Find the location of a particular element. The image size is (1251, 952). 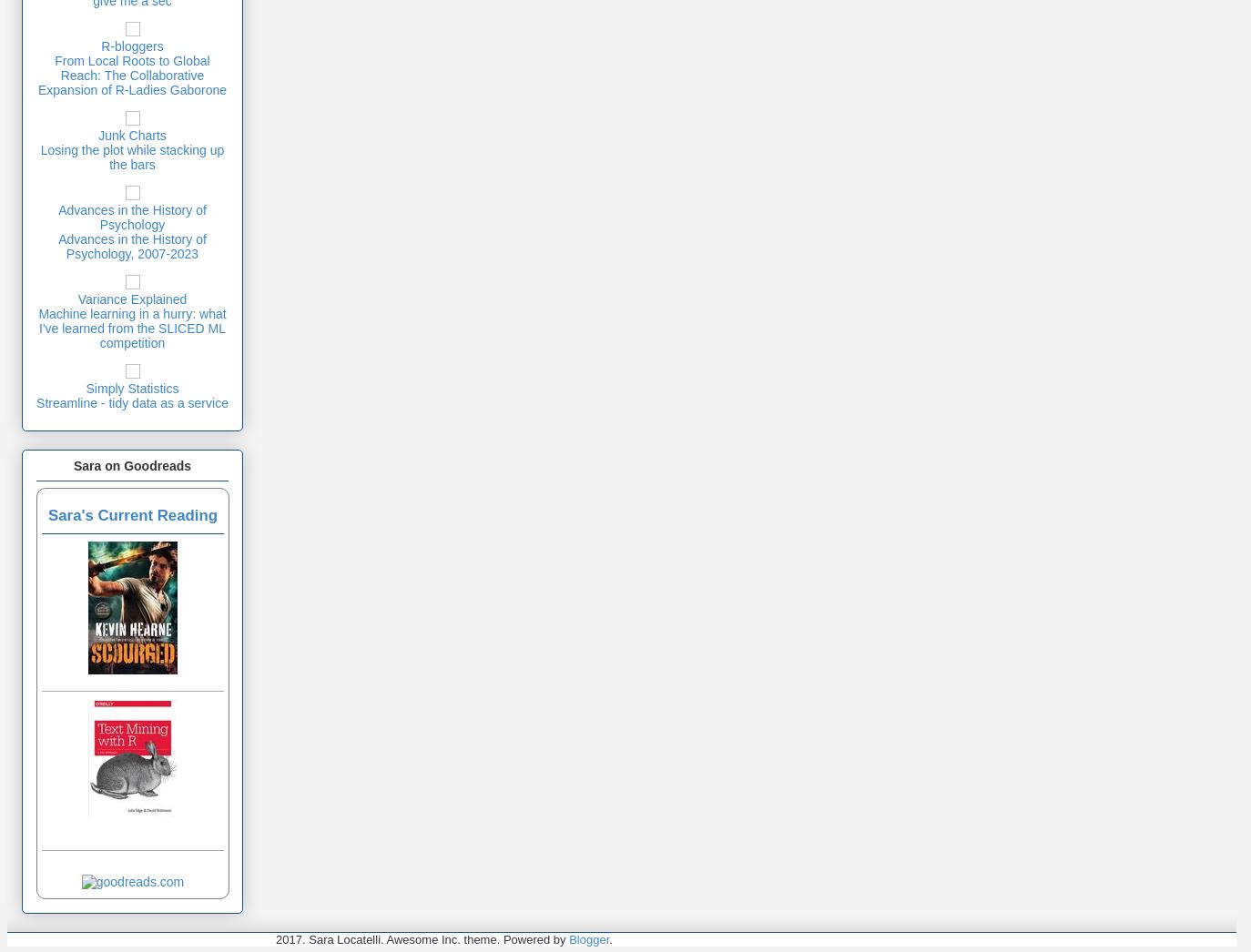

'Simply Statistics' is located at coordinates (130, 387).